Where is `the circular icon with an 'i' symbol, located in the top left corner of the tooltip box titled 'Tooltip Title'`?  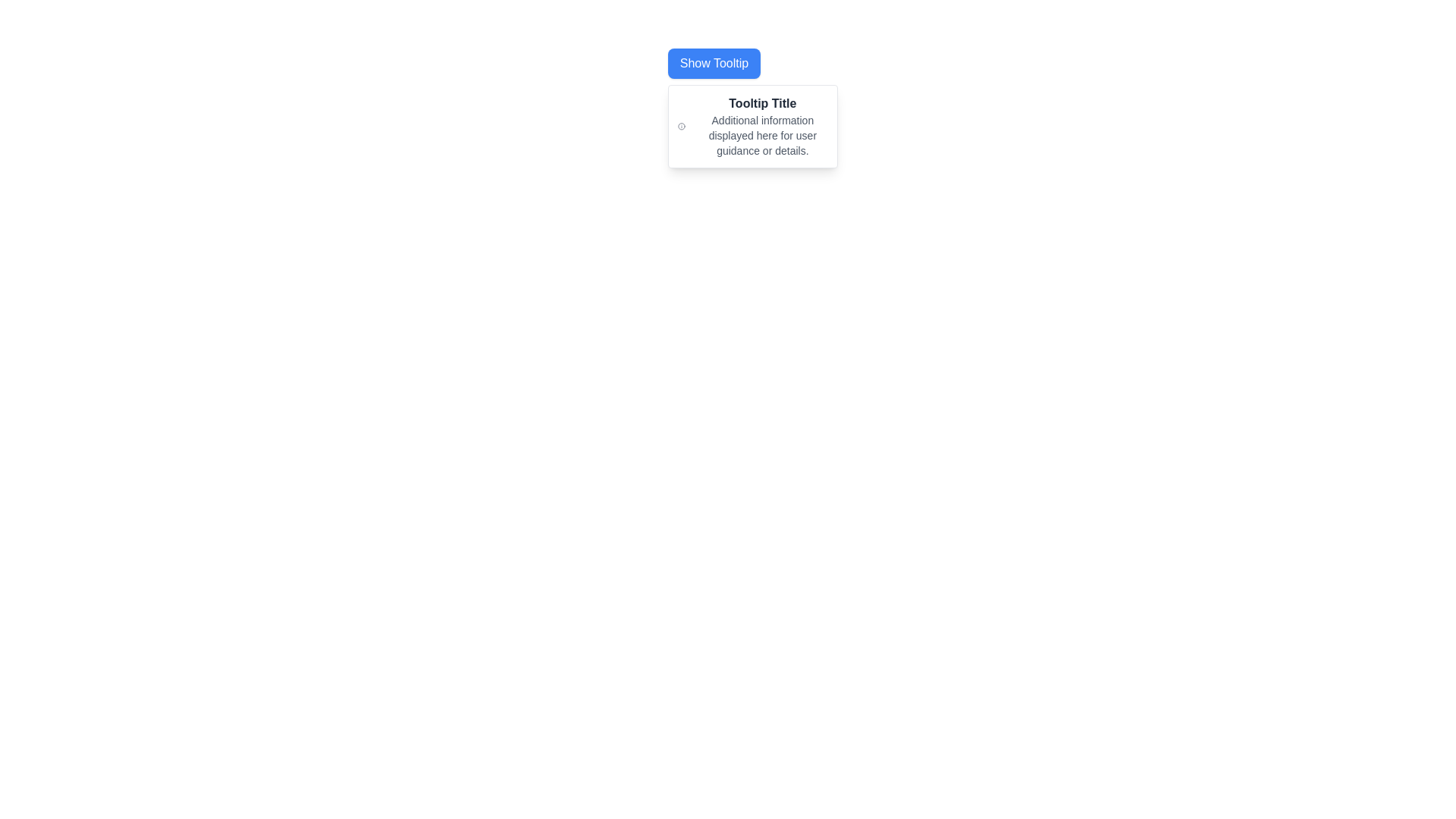
the circular icon with an 'i' symbol, located in the top left corner of the tooltip box titled 'Tooltip Title' is located at coordinates (680, 125).